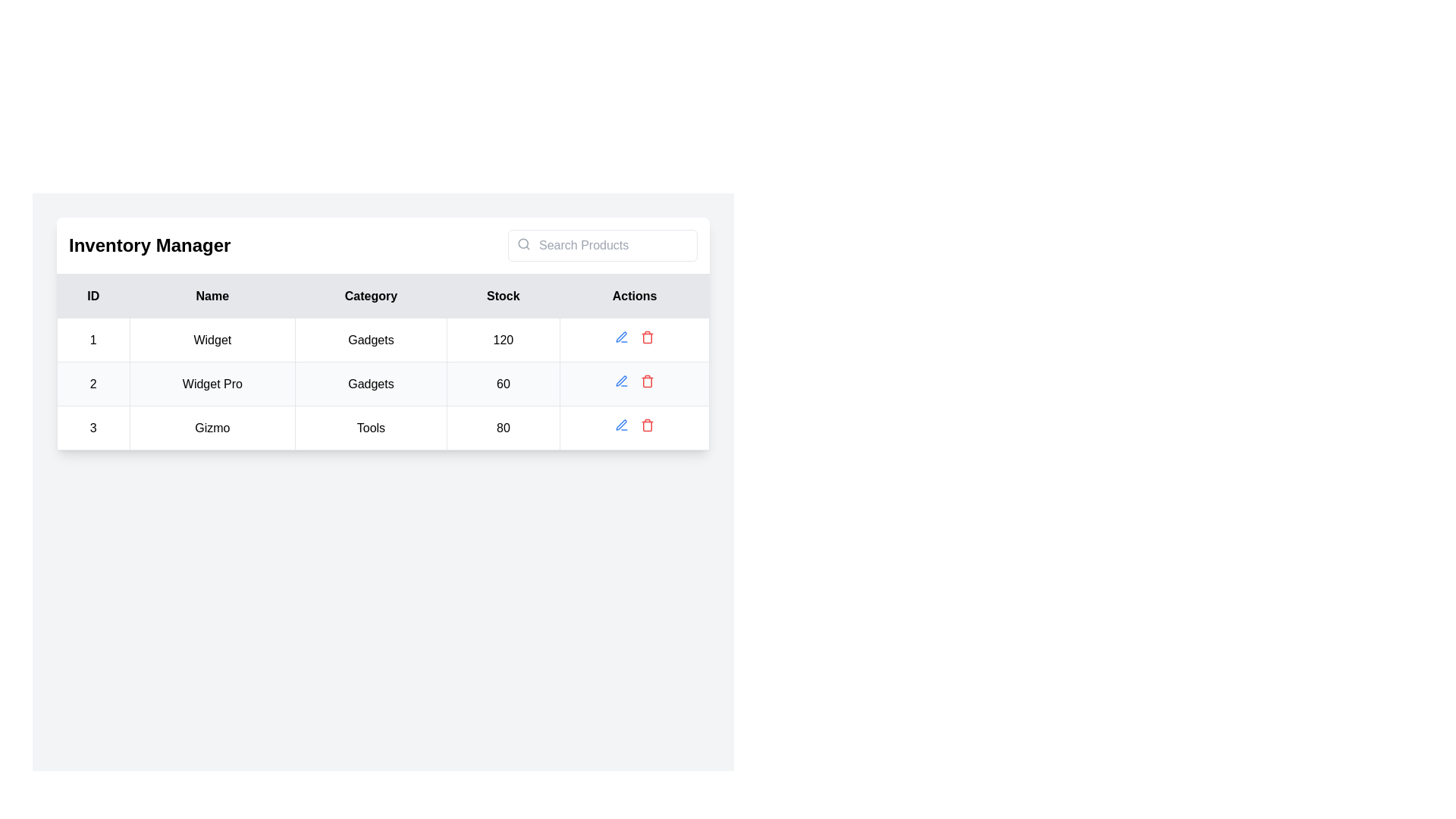 The image size is (1456, 819). I want to click on the text element labeled 'Widget' in the second column of the product entry table, which has a white background and is bordered, so click(212, 339).